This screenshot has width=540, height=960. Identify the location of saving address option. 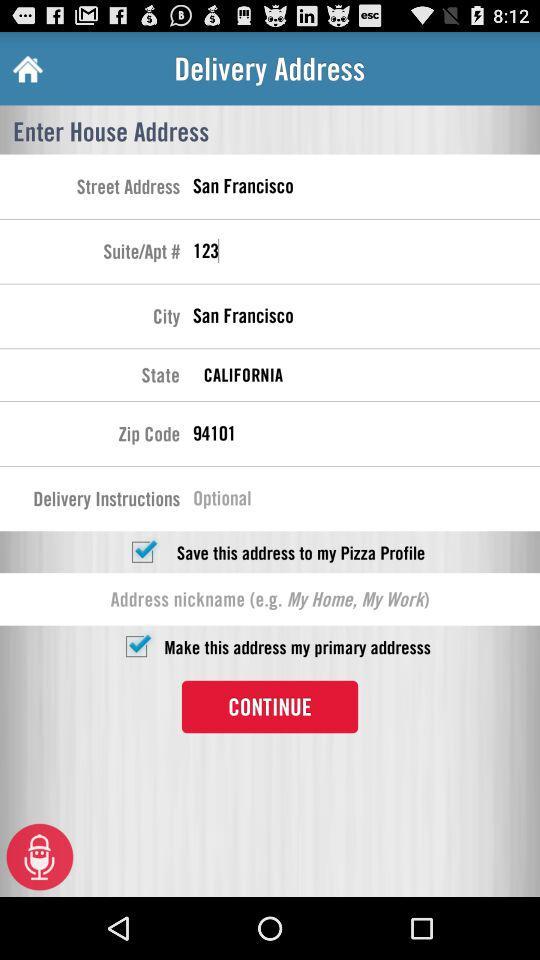
(141, 552).